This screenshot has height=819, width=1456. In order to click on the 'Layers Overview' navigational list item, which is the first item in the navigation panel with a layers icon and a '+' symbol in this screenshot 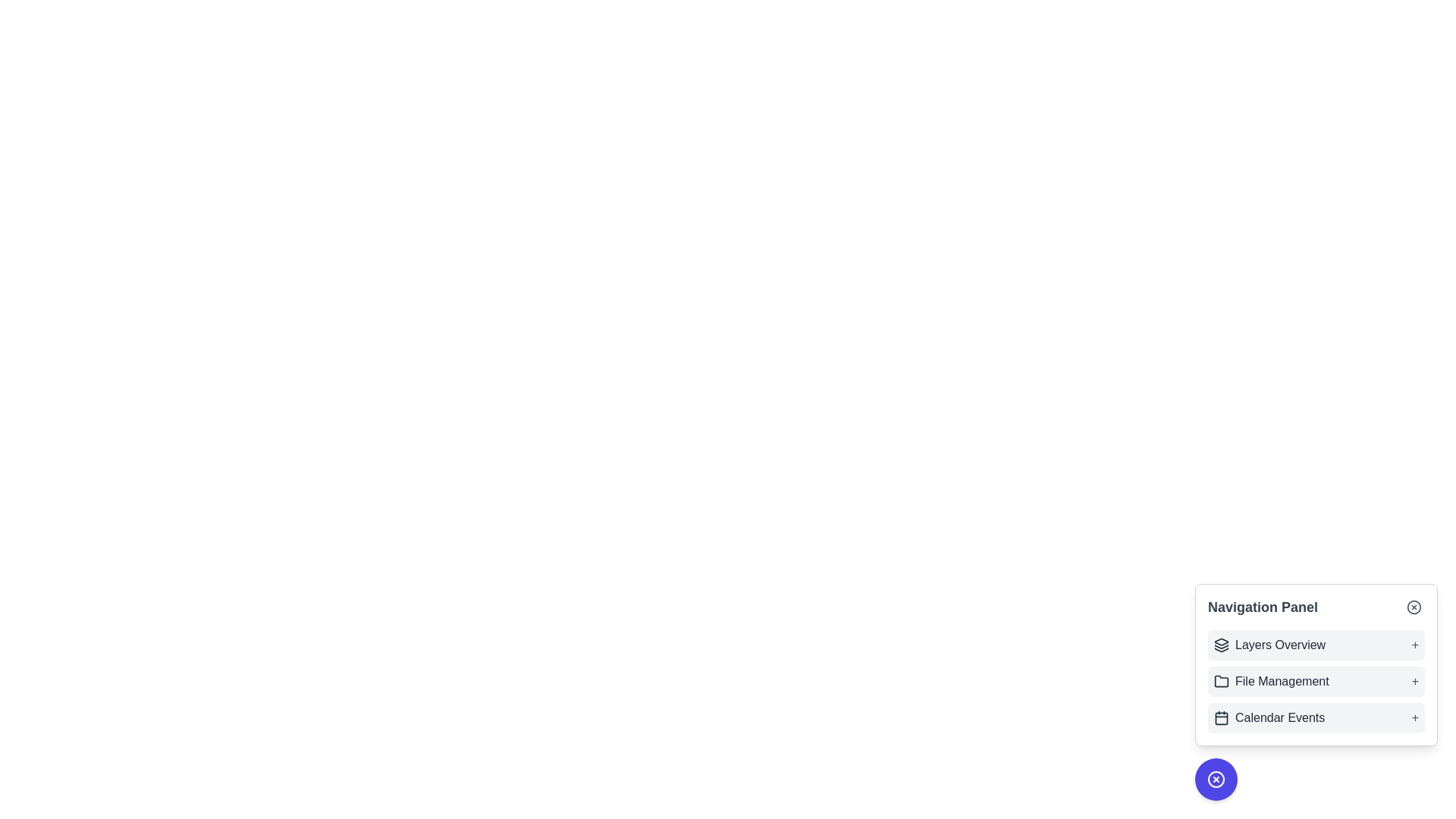, I will do `click(1316, 645)`.